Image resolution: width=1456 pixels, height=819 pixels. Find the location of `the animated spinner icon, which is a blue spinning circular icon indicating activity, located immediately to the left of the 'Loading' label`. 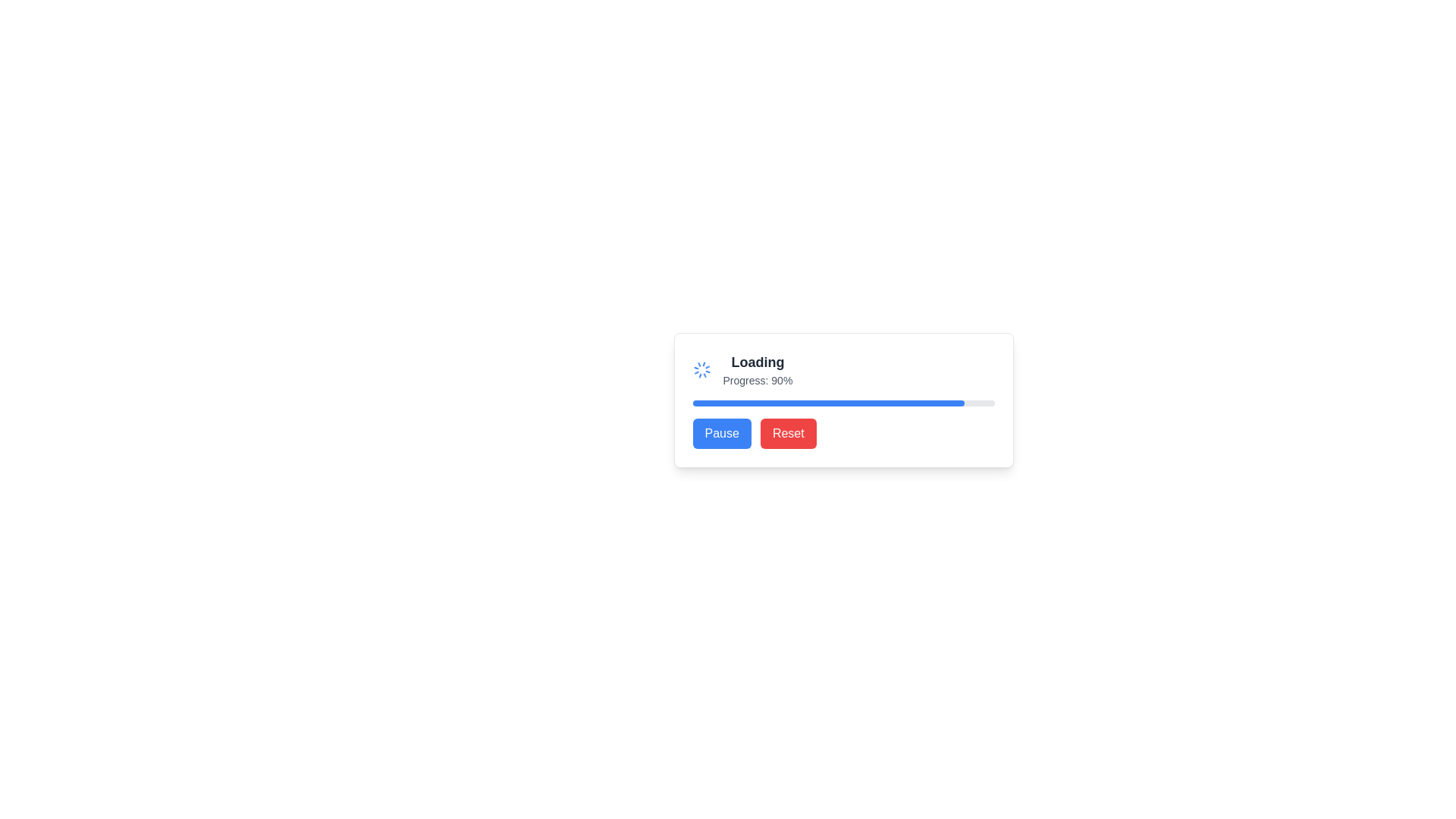

the animated spinner icon, which is a blue spinning circular icon indicating activity, located immediately to the left of the 'Loading' label is located at coordinates (701, 370).